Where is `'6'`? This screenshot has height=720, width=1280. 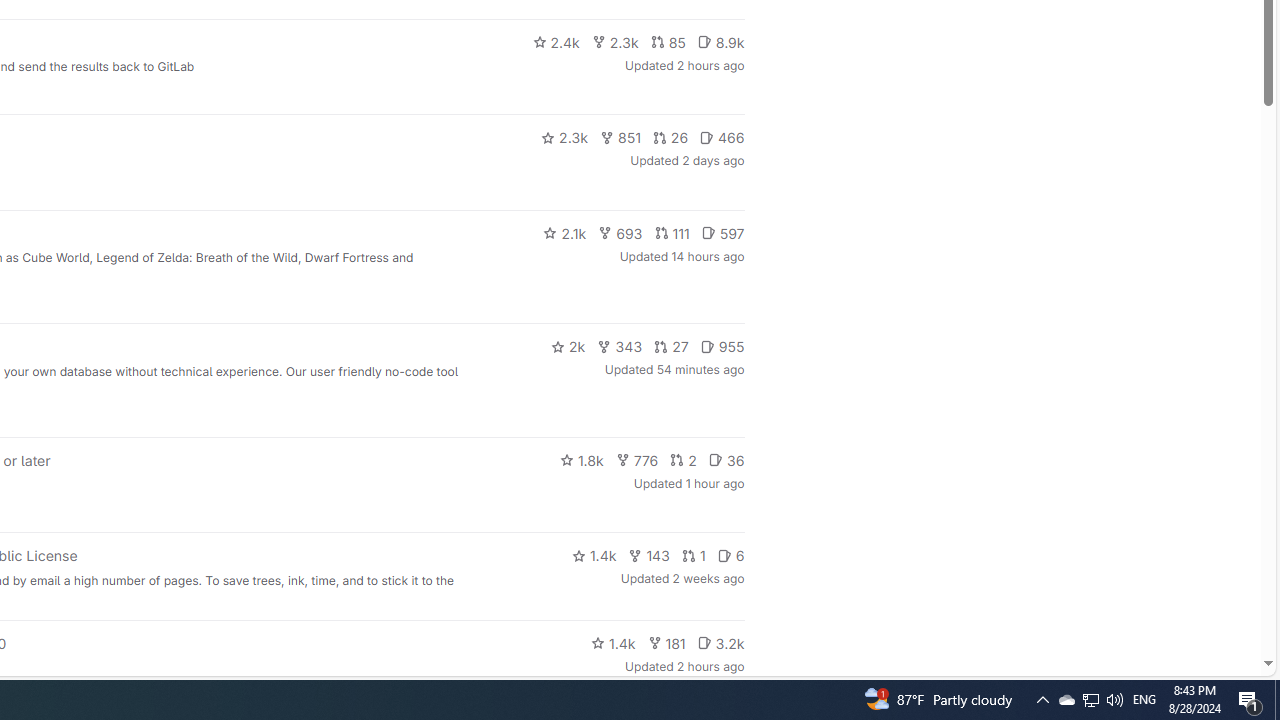 '6' is located at coordinates (729, 556).